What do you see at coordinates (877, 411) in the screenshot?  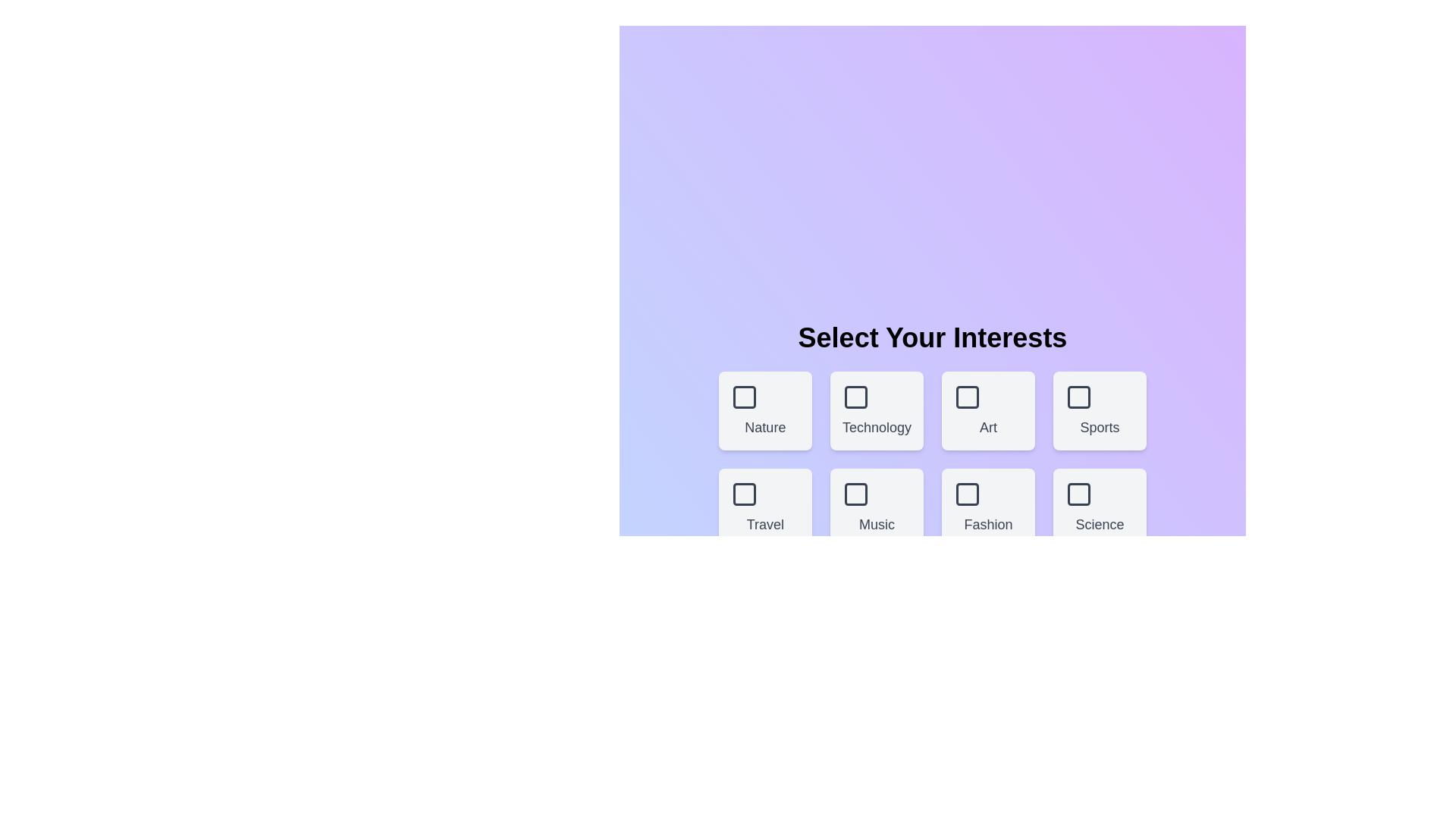 I see `the box corresponding to the theme Technology to select or deselect it` at bounding box center [877, 411].